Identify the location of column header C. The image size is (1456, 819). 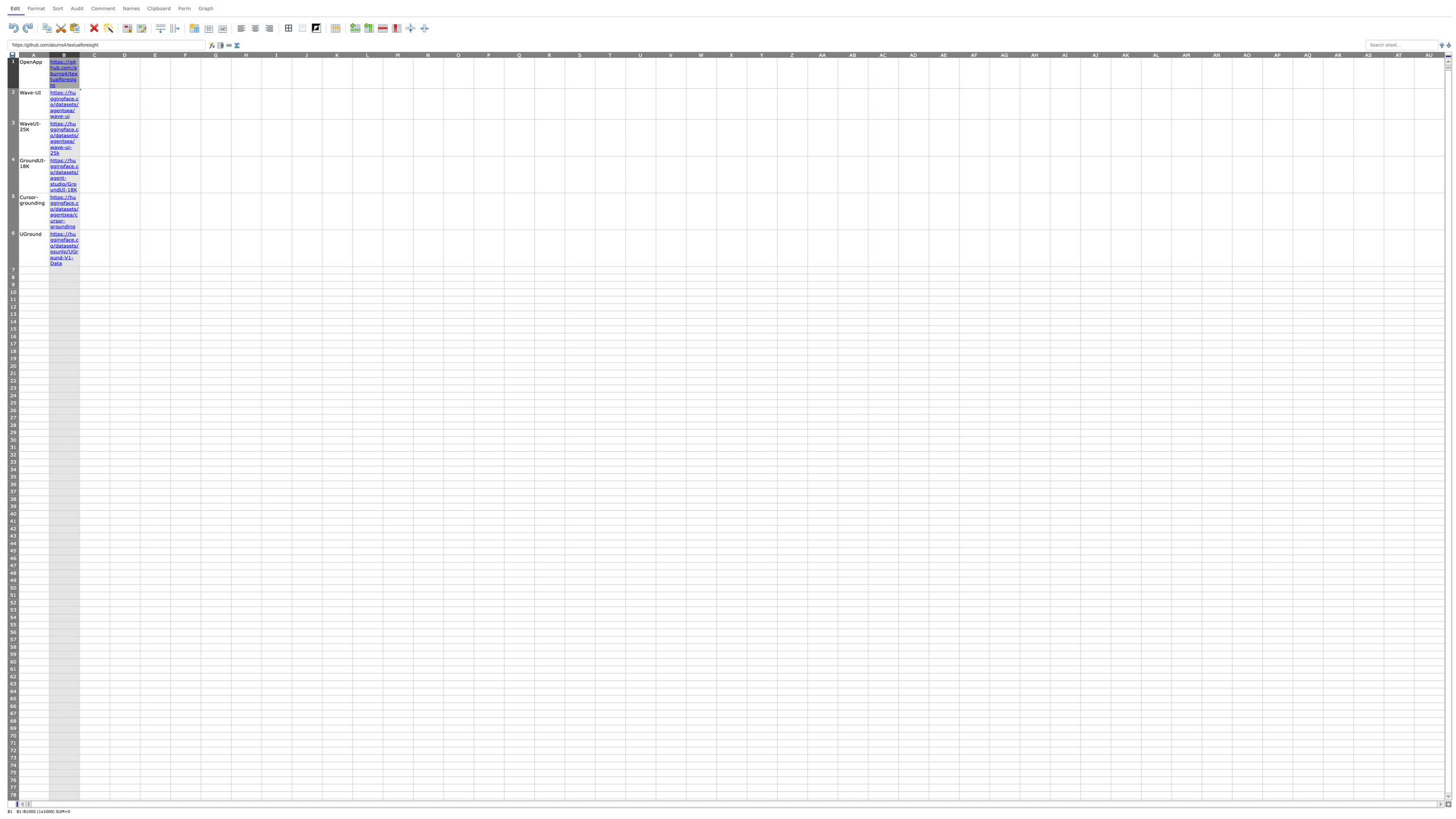
(94, 54).